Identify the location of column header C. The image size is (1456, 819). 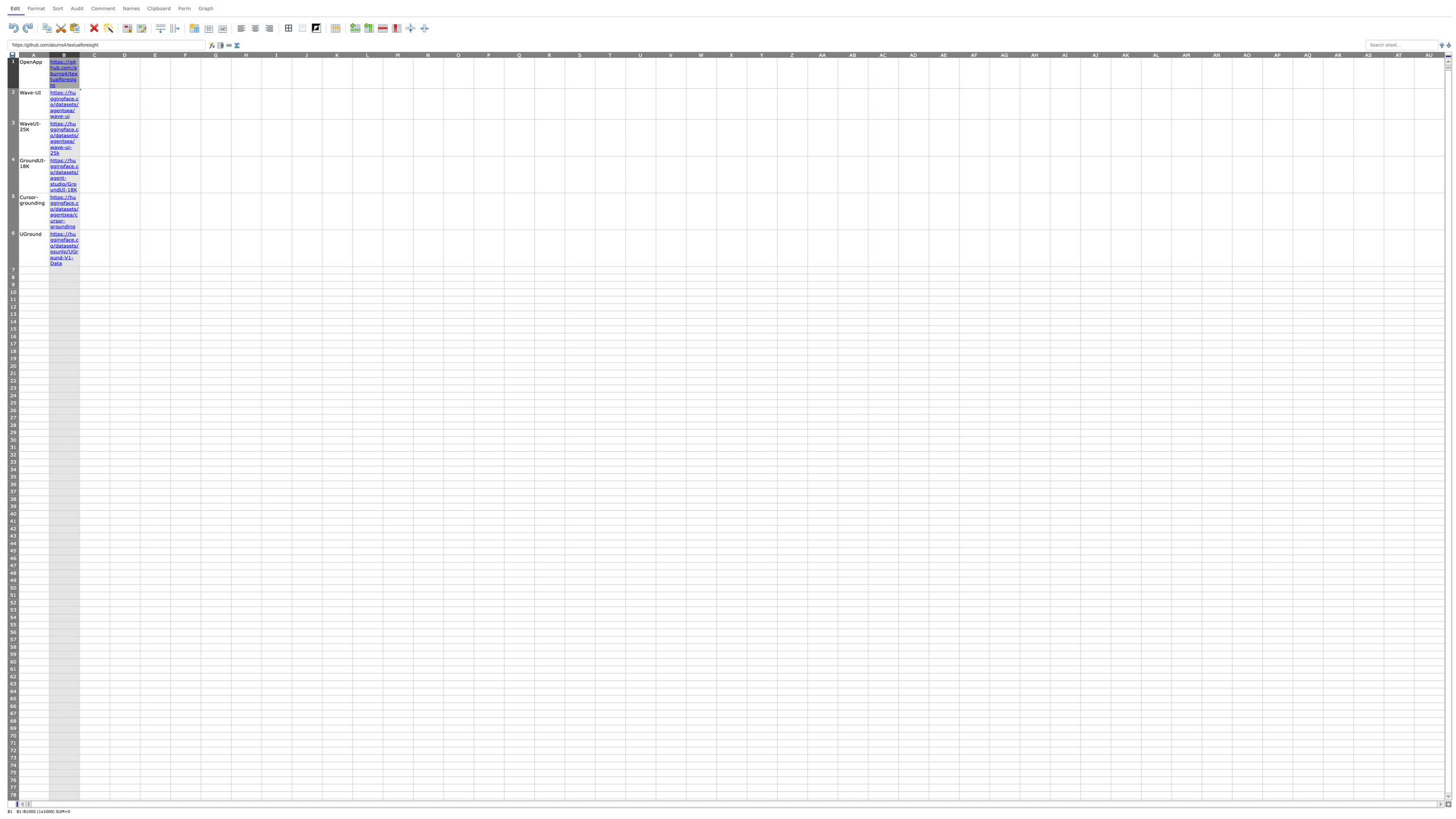
(94, 54).